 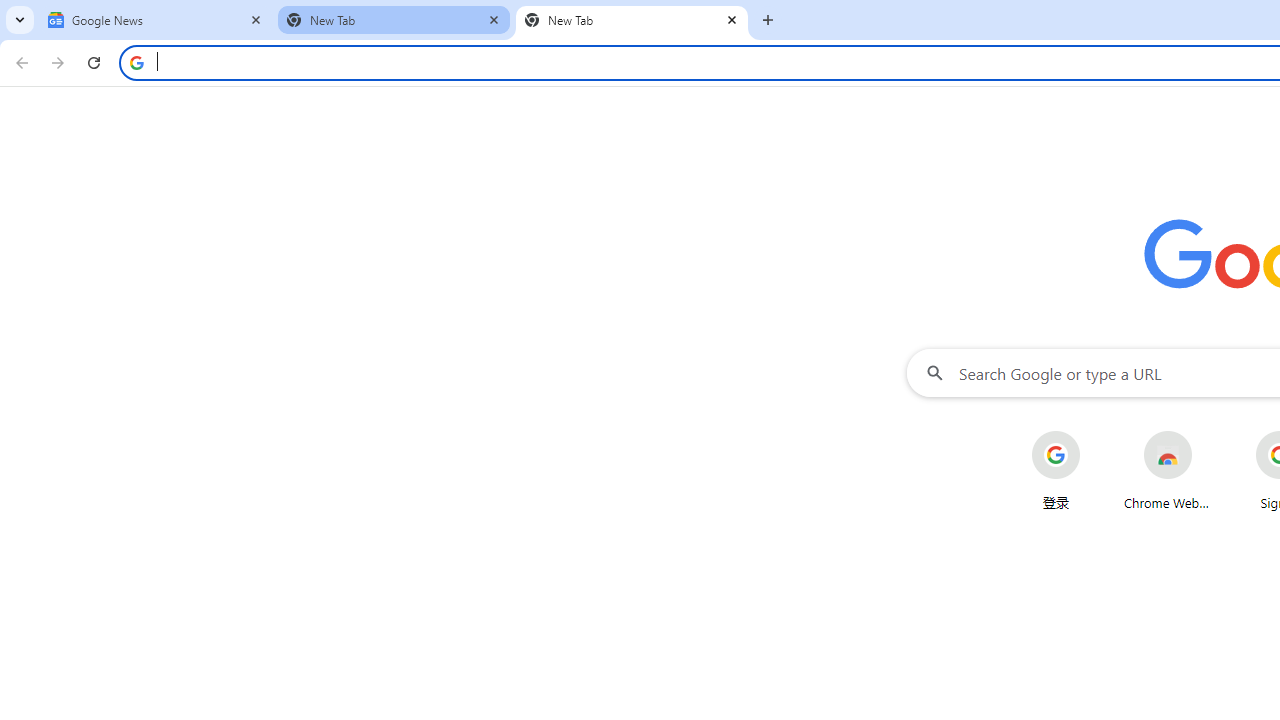 I want to click on 'More actions for Chrome Web Store shortcut', so click(x=1207, y=432).